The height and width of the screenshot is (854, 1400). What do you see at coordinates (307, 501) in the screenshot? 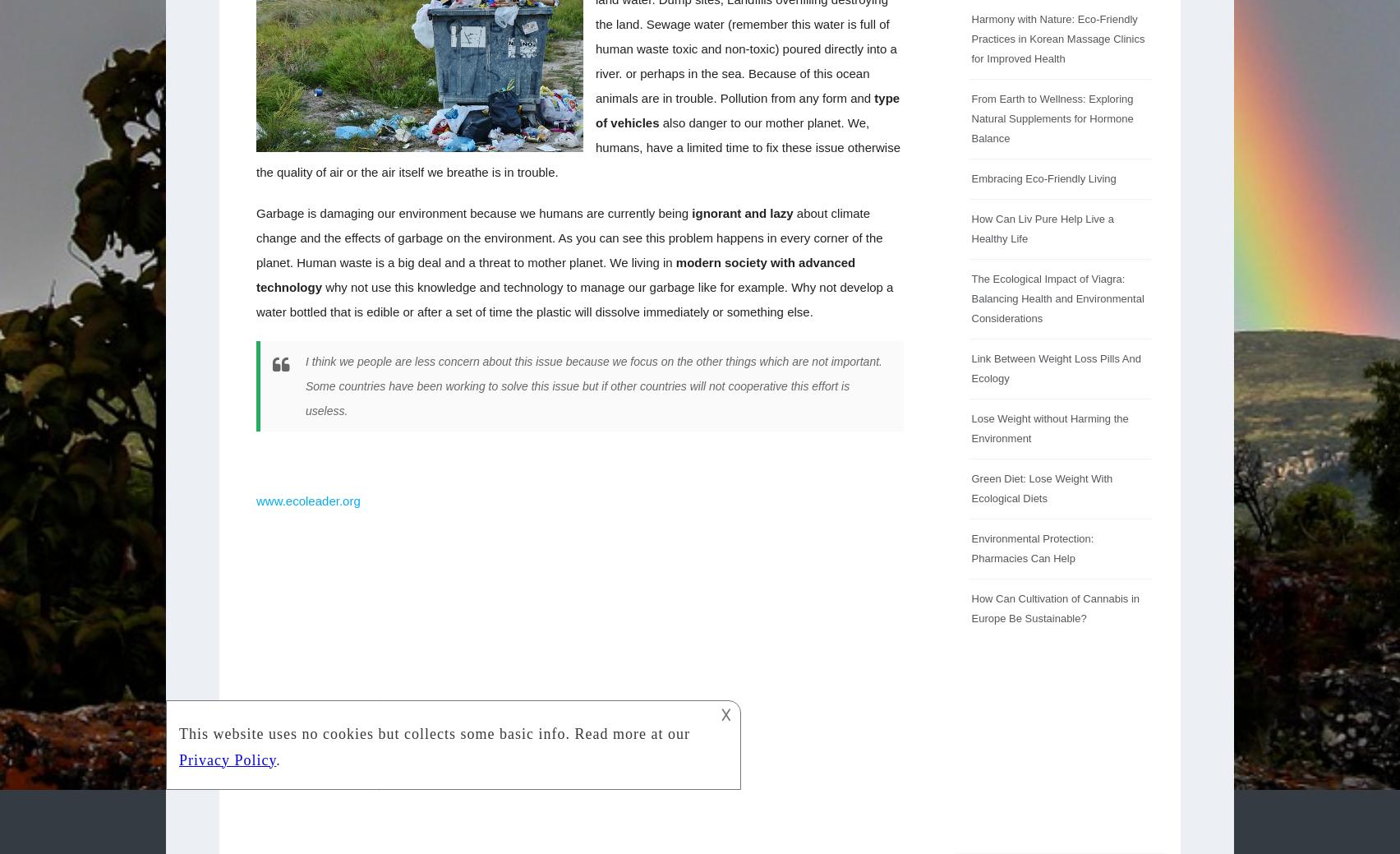
I see `'www.ecoleader.org'` at bounding box center [307, 501].